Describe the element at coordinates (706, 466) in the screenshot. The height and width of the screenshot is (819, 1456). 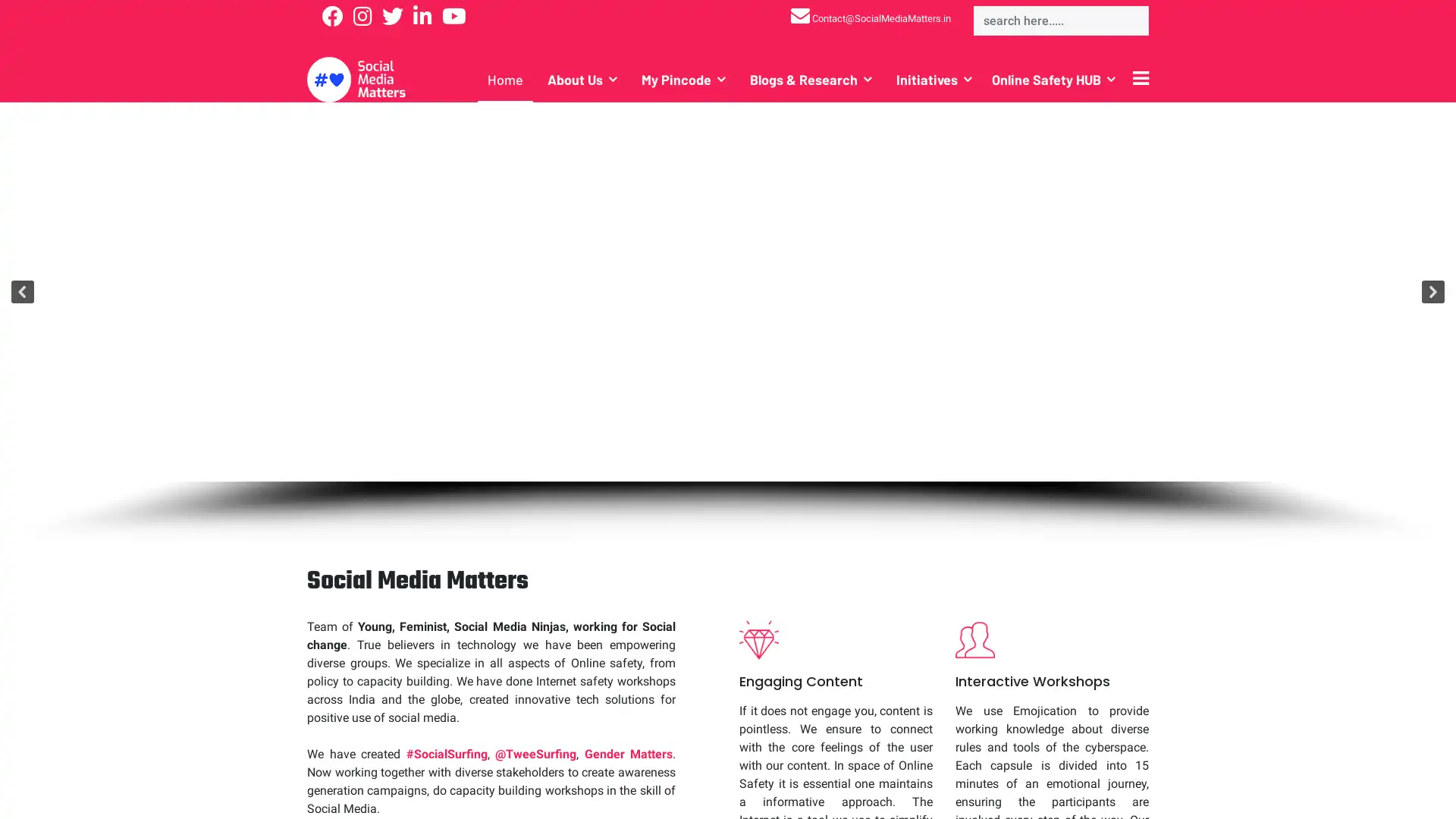
I see `HashTag-Ladakh` at that location.